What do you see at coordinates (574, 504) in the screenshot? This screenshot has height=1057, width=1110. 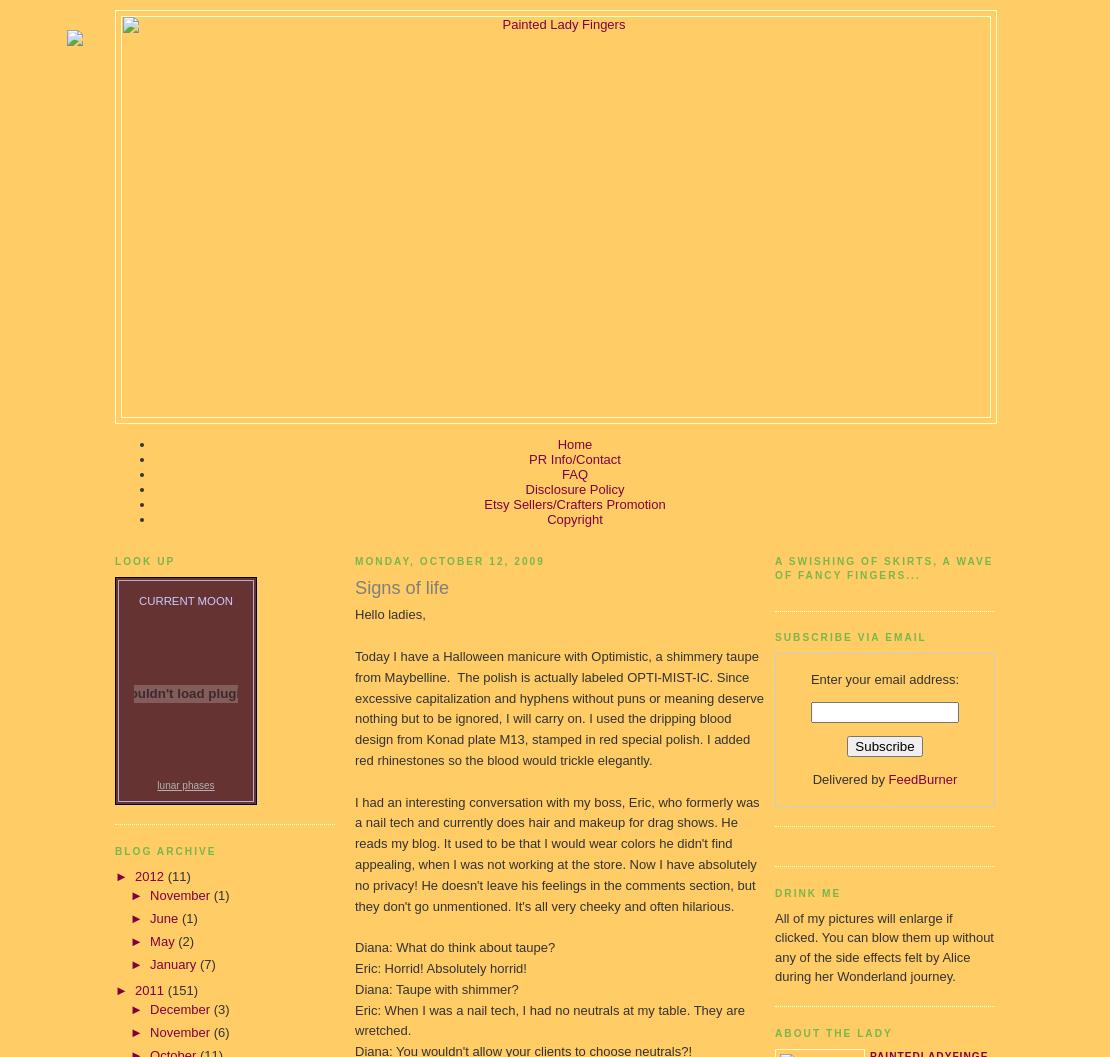 I see `'Etsy Sellers/Crafters Promotion'` at bounding box center [574, 504].